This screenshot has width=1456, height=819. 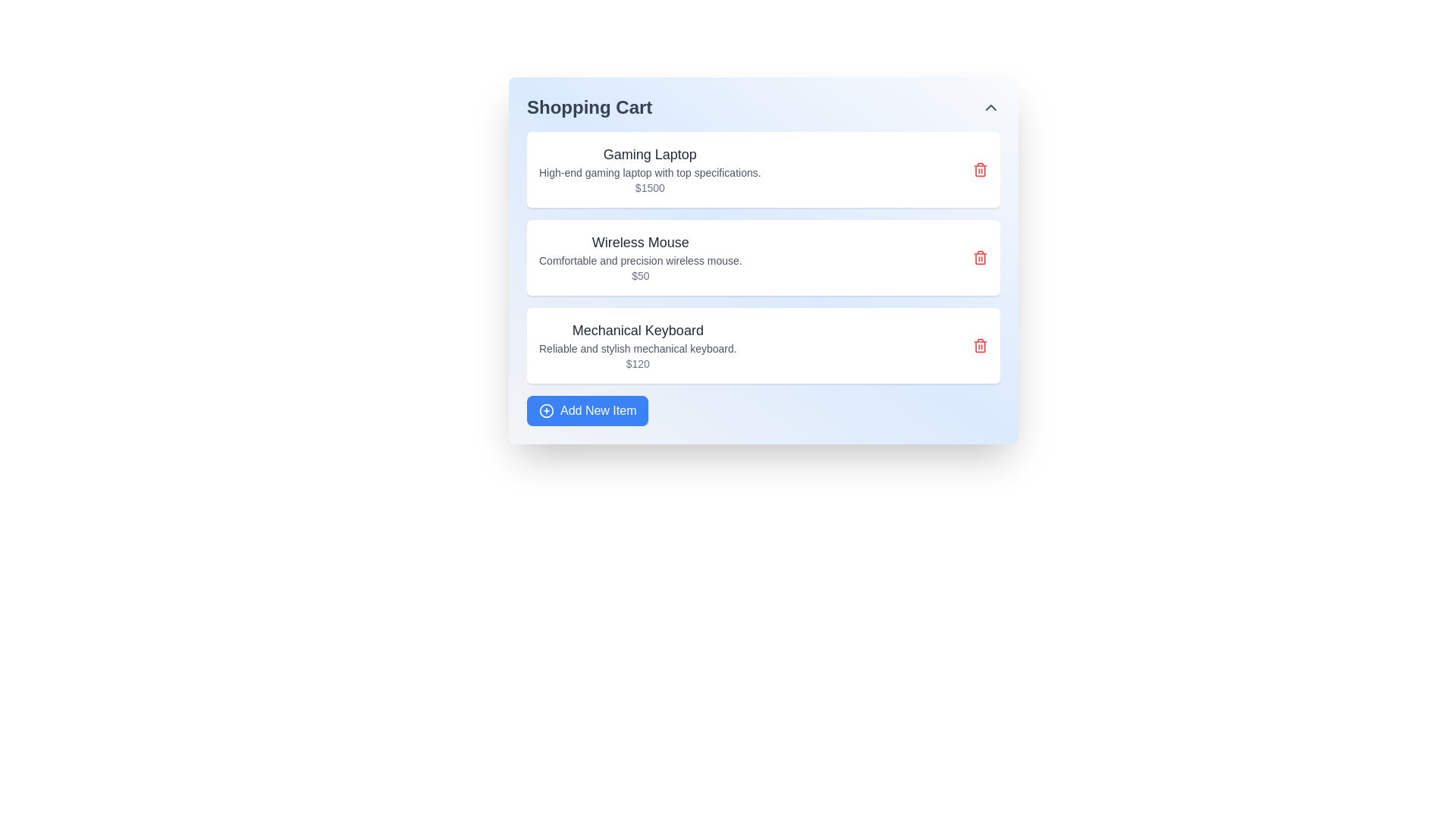 What do you see at coordinates (640, 256) in the screenshot?
I see `the display element containing the title 'Wireless Mouse', the description 'Comfortable and precision wireless mouse.', and the price tag '$50', which is part of a card-style UI in the shopping cart interface` at bounding box center [640, 256].